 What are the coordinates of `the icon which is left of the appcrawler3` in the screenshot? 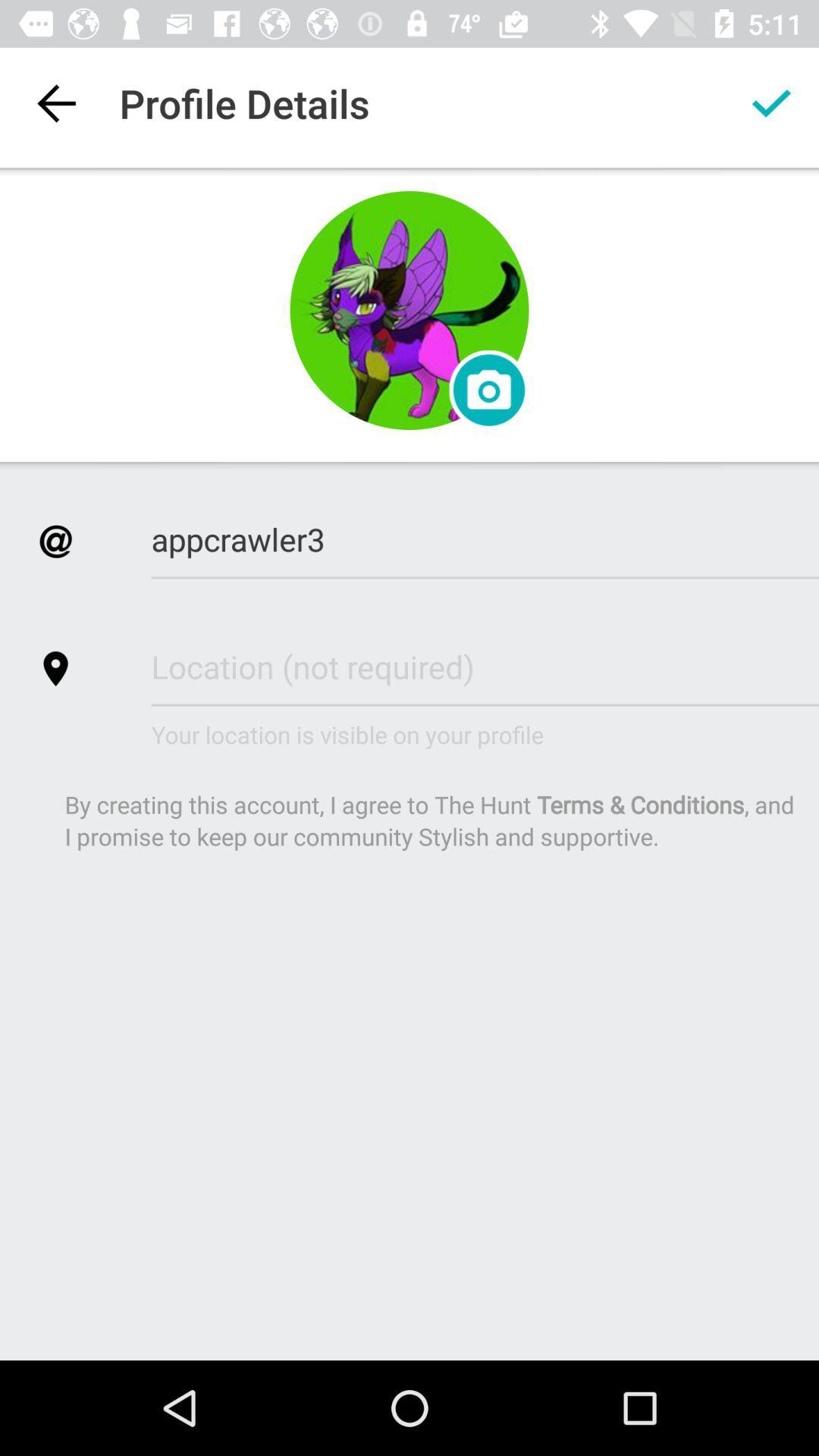 It's located at (55, 541).